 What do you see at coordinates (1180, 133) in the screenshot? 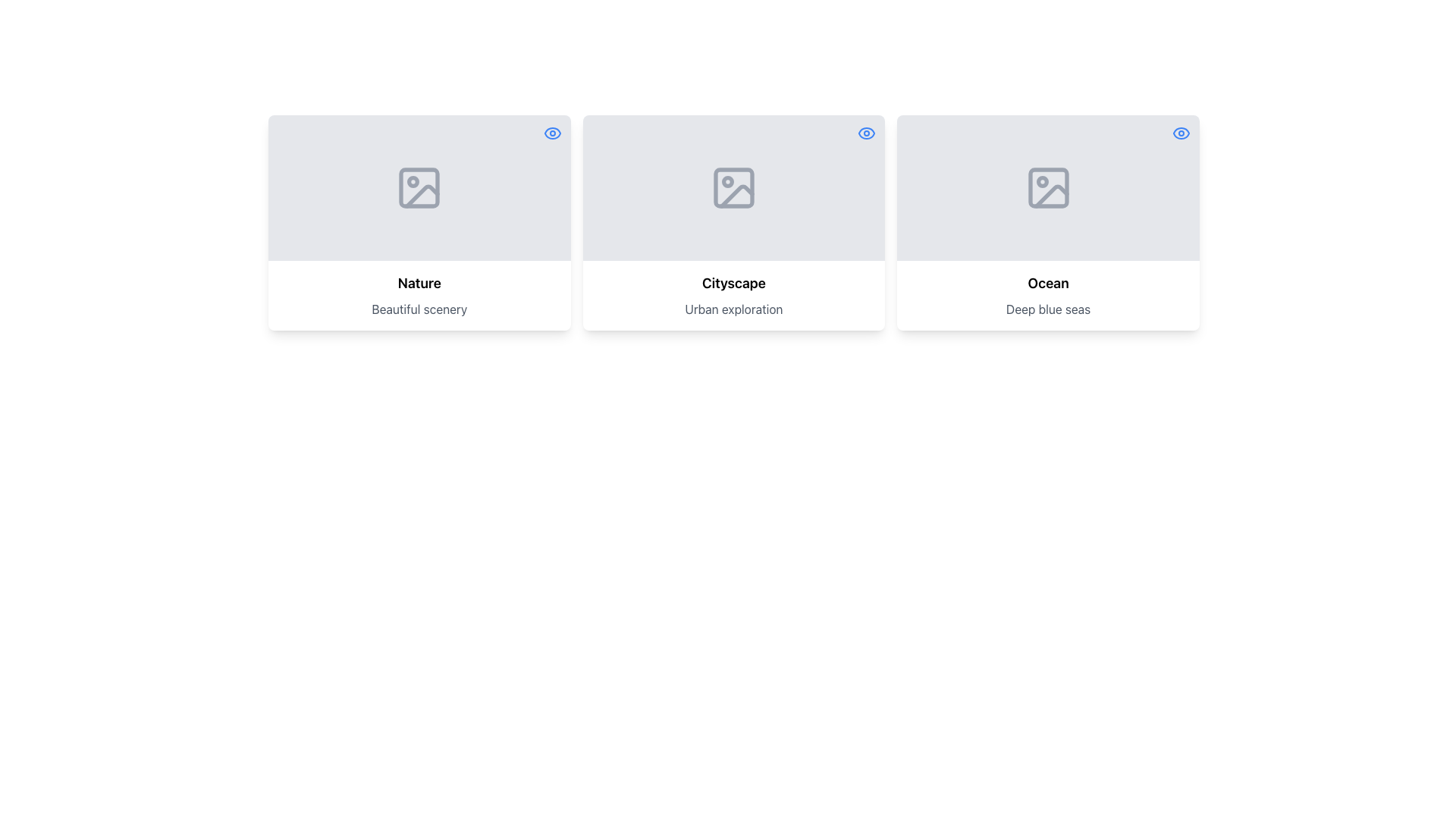
I see `the blue eye icon button located in the top-right corner of the 'Ocean' card` at bounding box center [1180, 133].